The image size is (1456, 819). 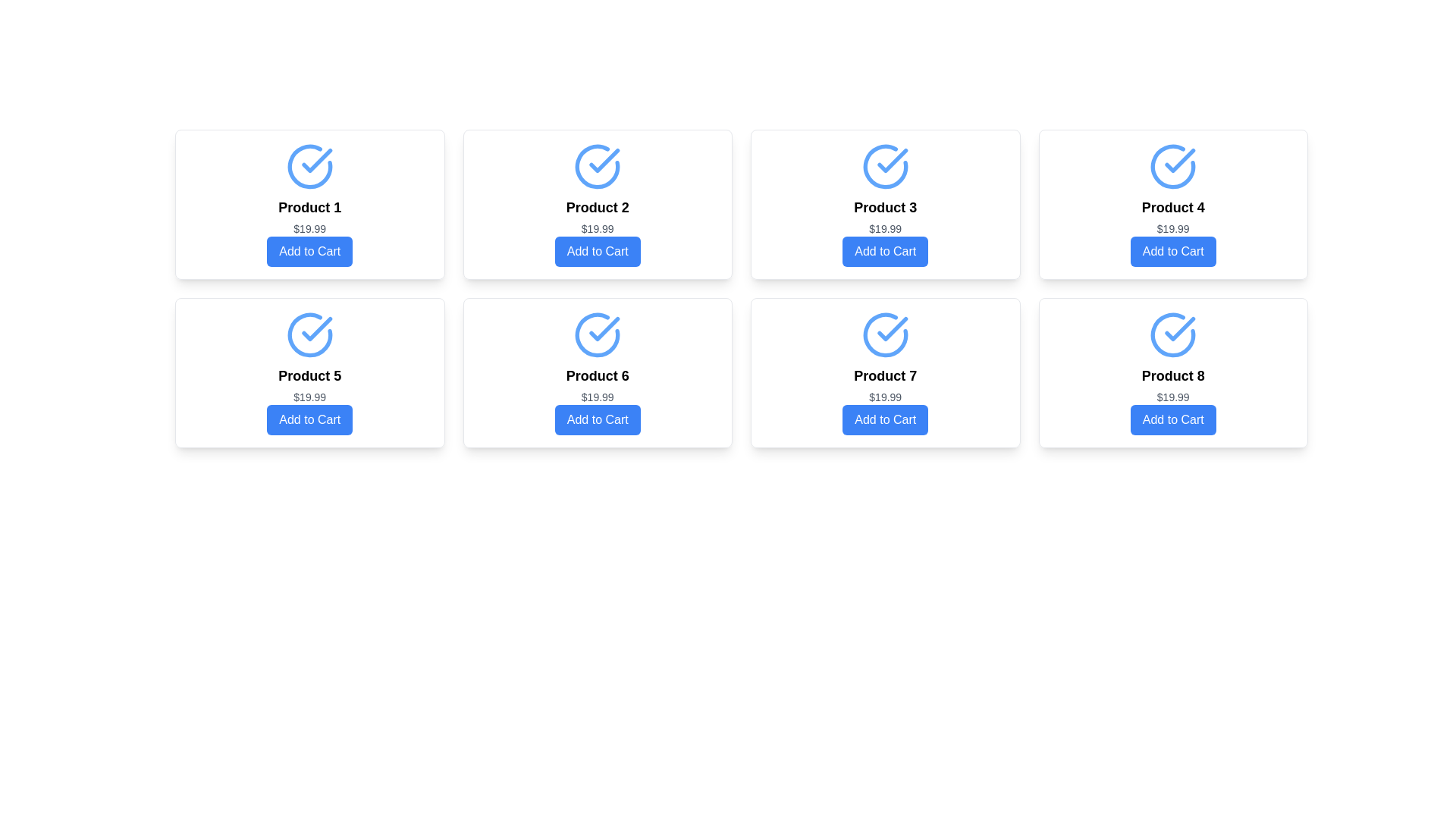 I want to click on the circular blue icon with a checkmark inside, located at the top center of the 'Product 6' card UI, so click(x=597, y=334).